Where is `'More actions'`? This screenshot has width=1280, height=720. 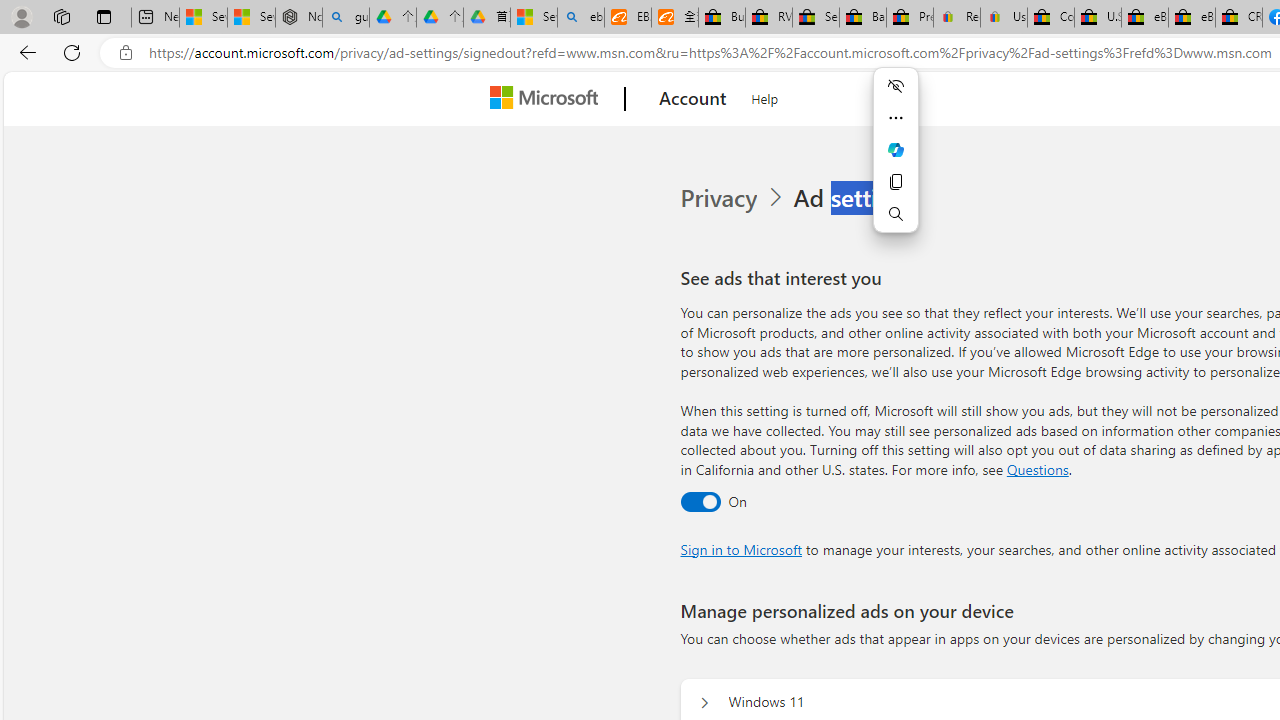 'More actions' is located at coordinates (895, 118).